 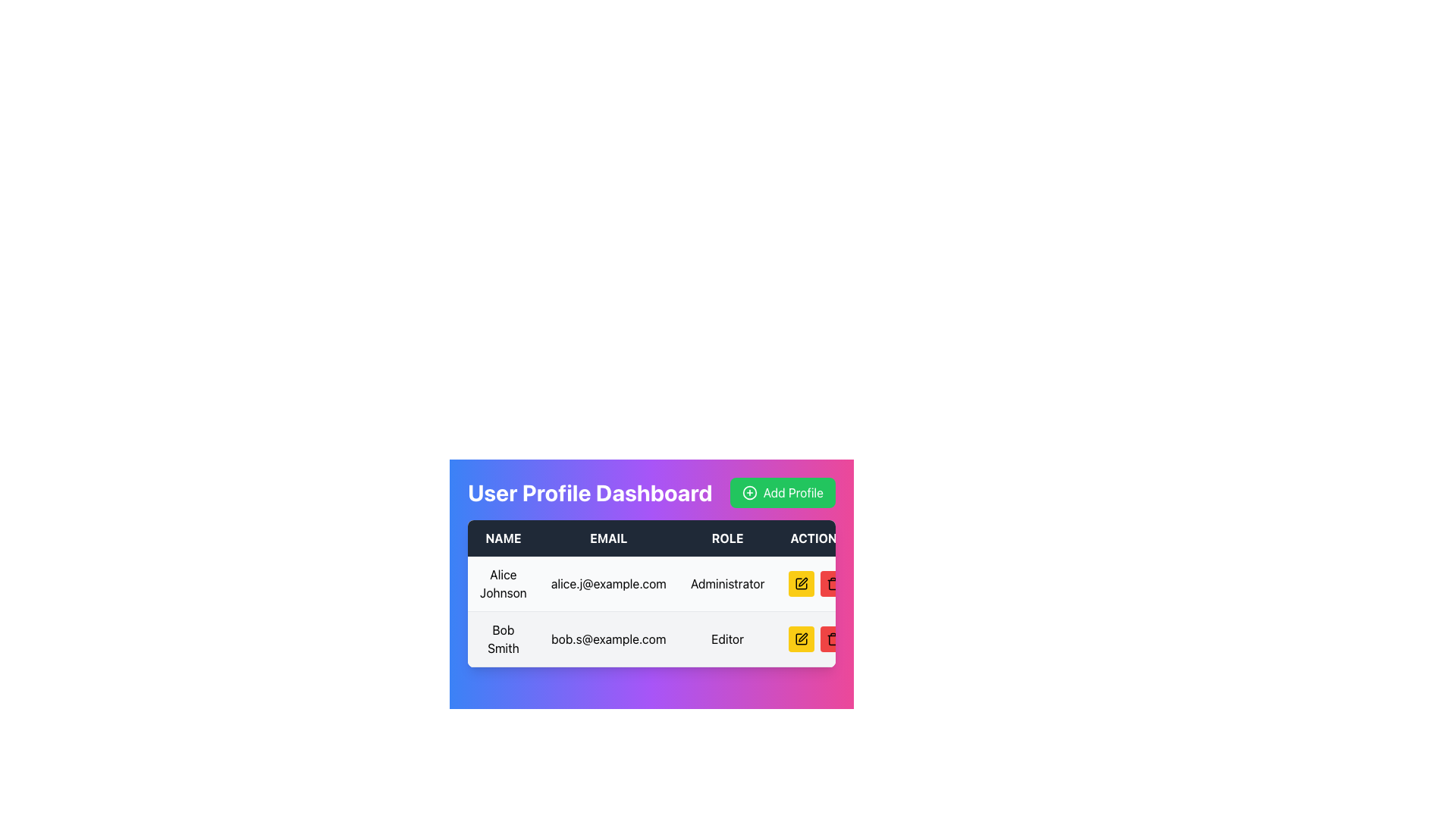 What do you see at coordinates (817, 639) in the screenshot?
I see `the right button in the group of control buttons for editing or deleting the user profile in the second row of the table under the 'ACTION' column` at bounding box center [817, 639].